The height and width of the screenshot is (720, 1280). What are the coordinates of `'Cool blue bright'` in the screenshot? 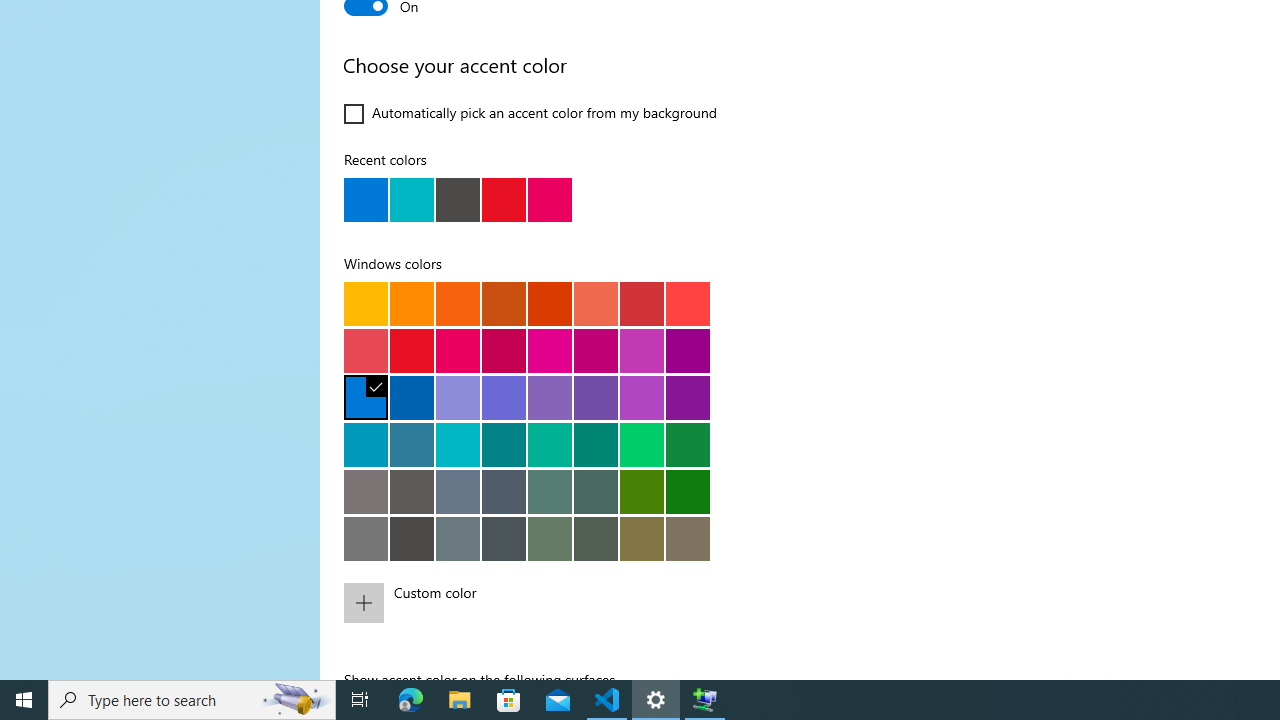 It's located at (366, 443).